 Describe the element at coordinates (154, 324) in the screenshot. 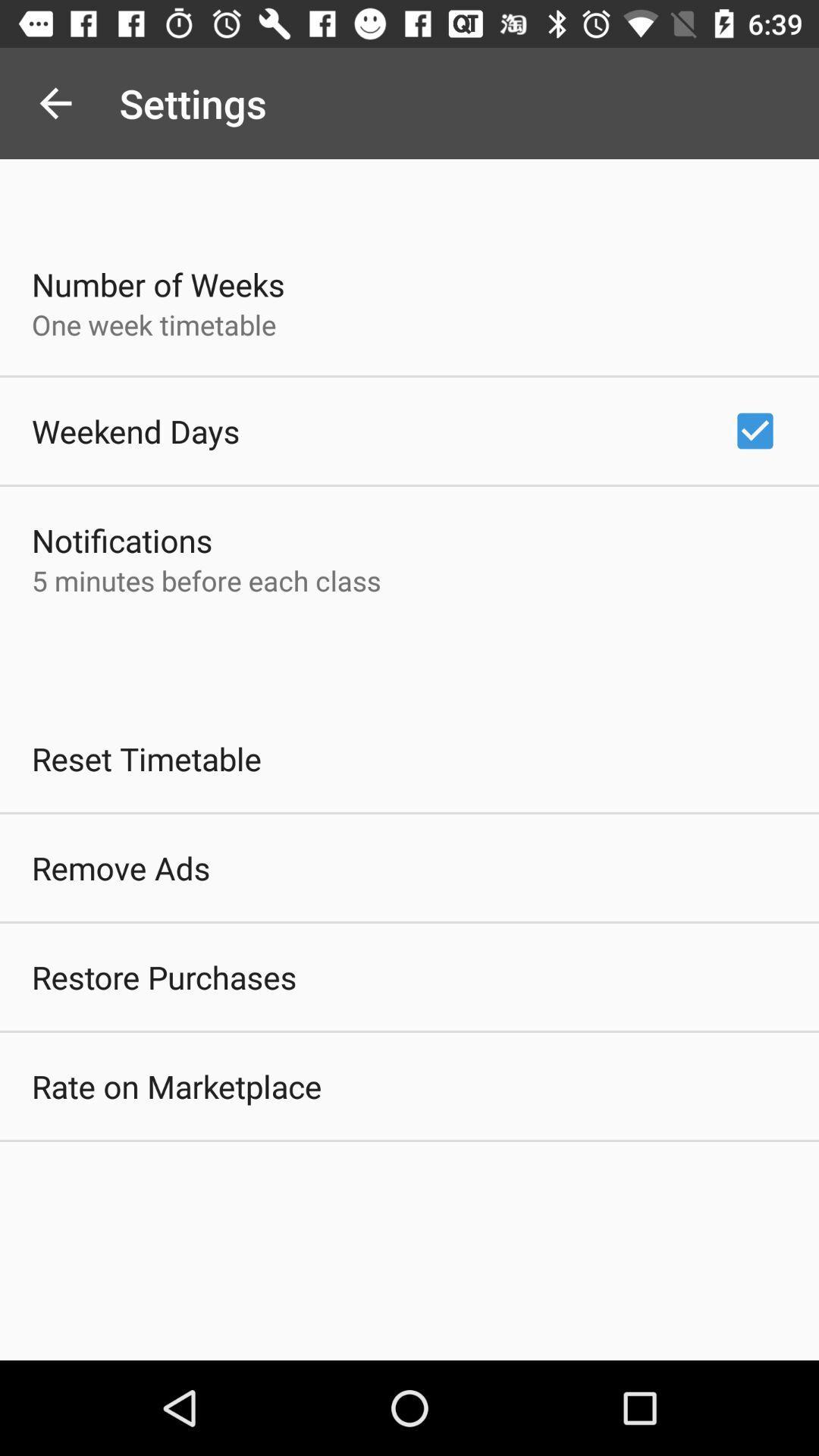

I see `one week timetable` at that location.